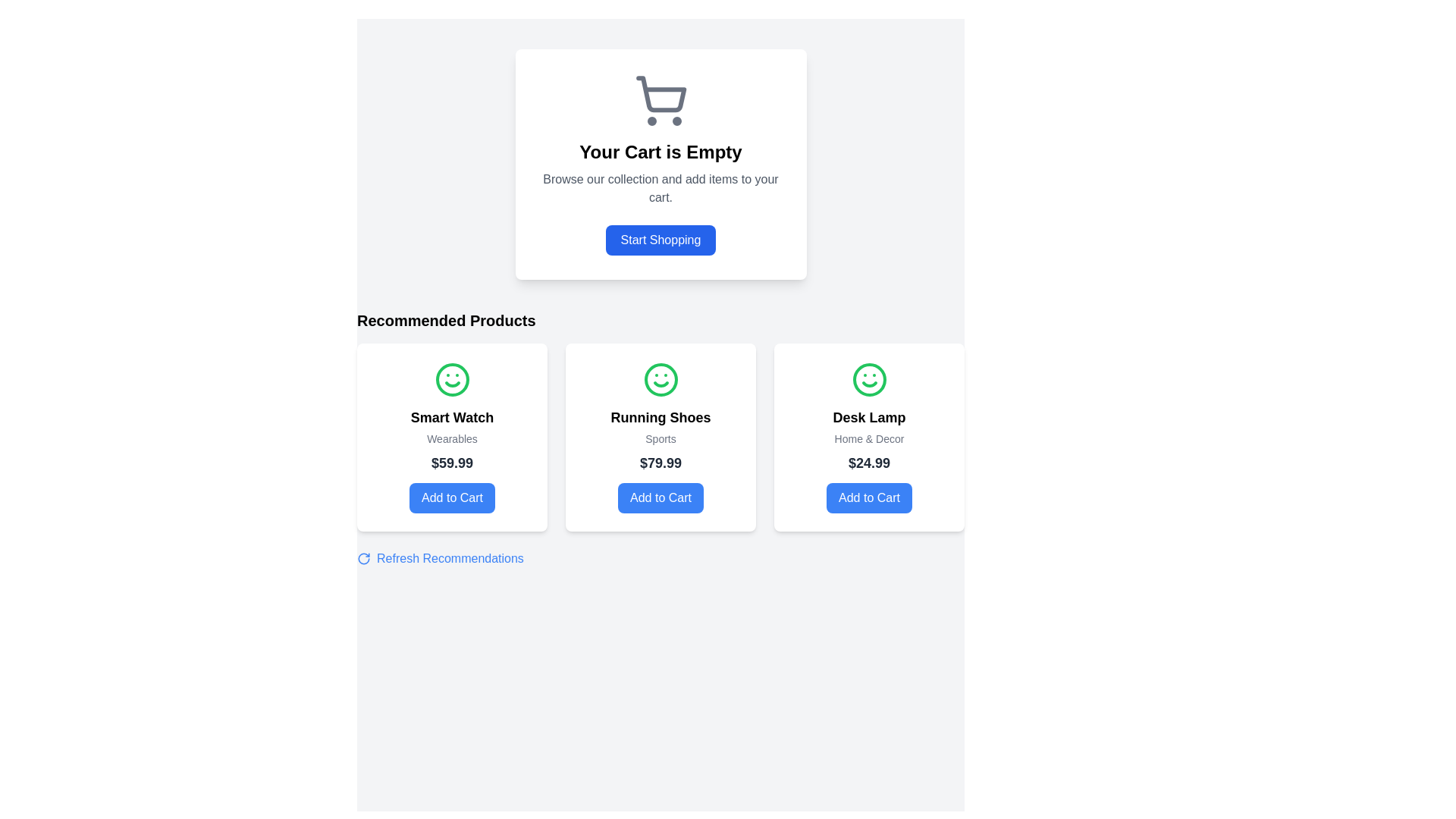  What do you see at coordinates (661, 239) in the screenshot?
I see `the prominently styled rectangular button with a blue background and white text 'Start Shopping'` at bounding box center [661, 239].